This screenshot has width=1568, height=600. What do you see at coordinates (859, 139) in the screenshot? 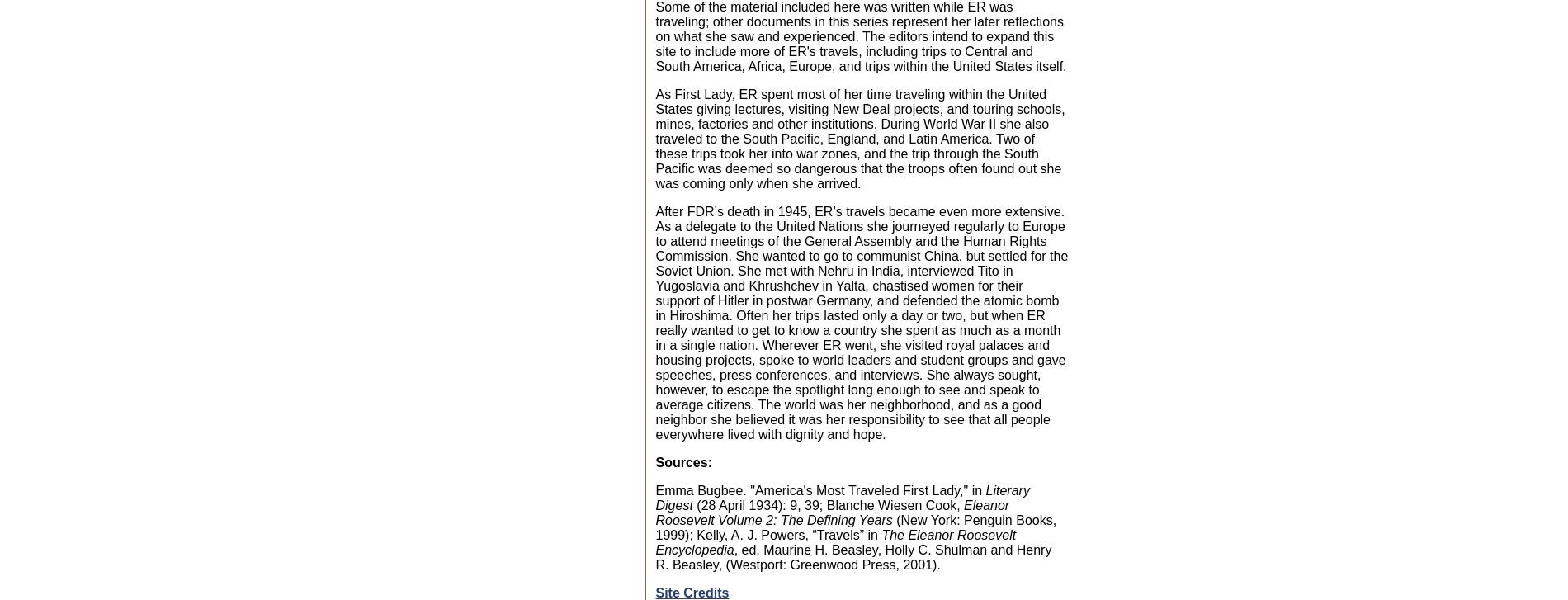
I see `'As First Lady, ER spent most of her time traveling within the United States giving lectures, visiting New Deal projects, and touring schools, mines, factories and other institutions. During World War II she also traveled to the South Pacific, England, and Latin America. Two of these trips took her into war zones, and the trip through the South Pacific was deemed so dangerous that the troops often found out she was coming only when she arrived.'` at bounding box center [859, 139].